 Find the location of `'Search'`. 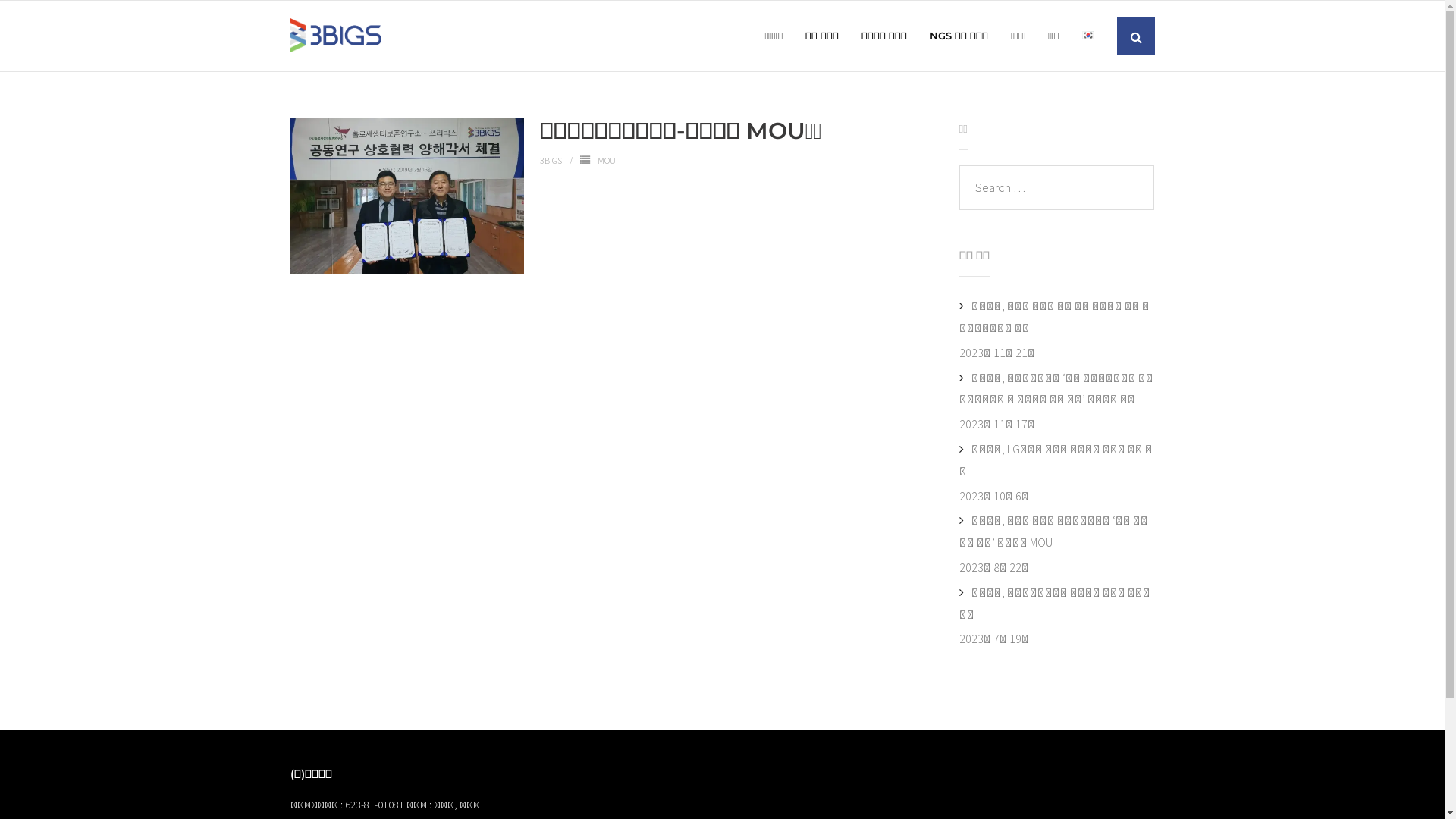

'Search' is located at coordinates (44, 22).